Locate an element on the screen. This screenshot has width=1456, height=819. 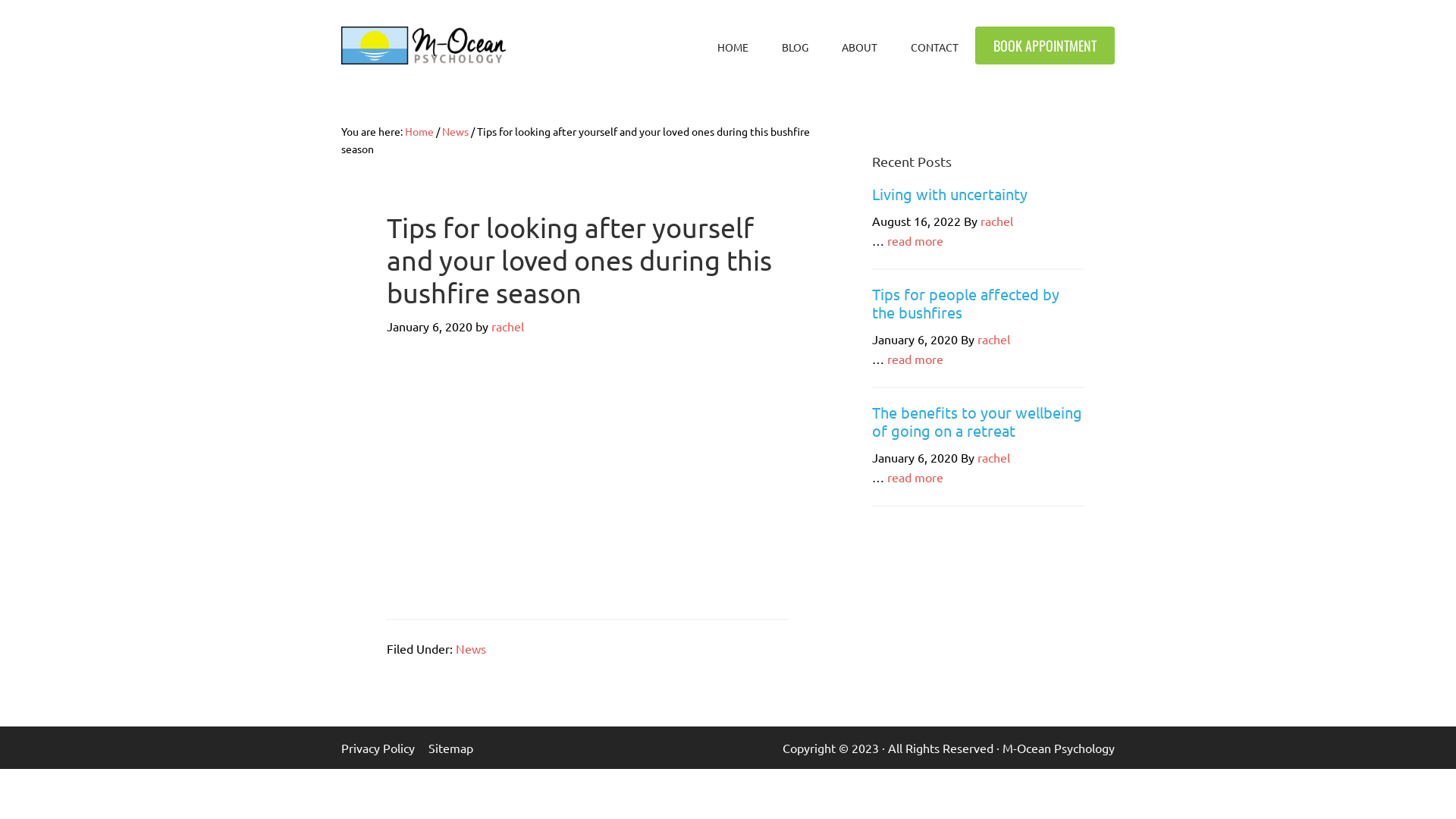
'M-Ocean Psychology Mansfield' is located at coordinates (340, 45).